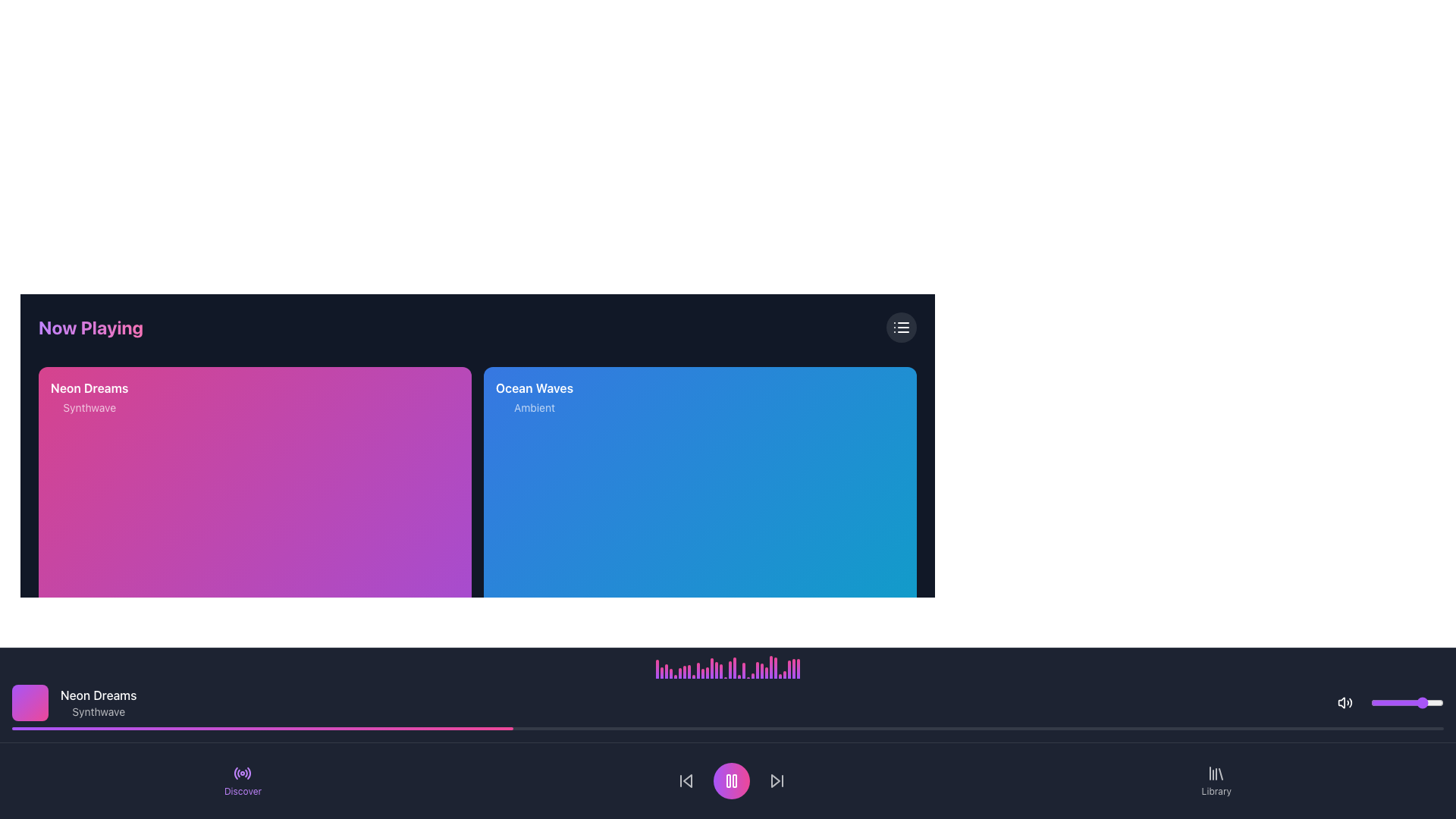 The height and width of the screenshot is (819, 1456). Describe the element at coordinates (891, 397) in the screenshot. I see `the 'like' button located in the top-right corner of the 'Ocean Waves' card to like the content` at that location.